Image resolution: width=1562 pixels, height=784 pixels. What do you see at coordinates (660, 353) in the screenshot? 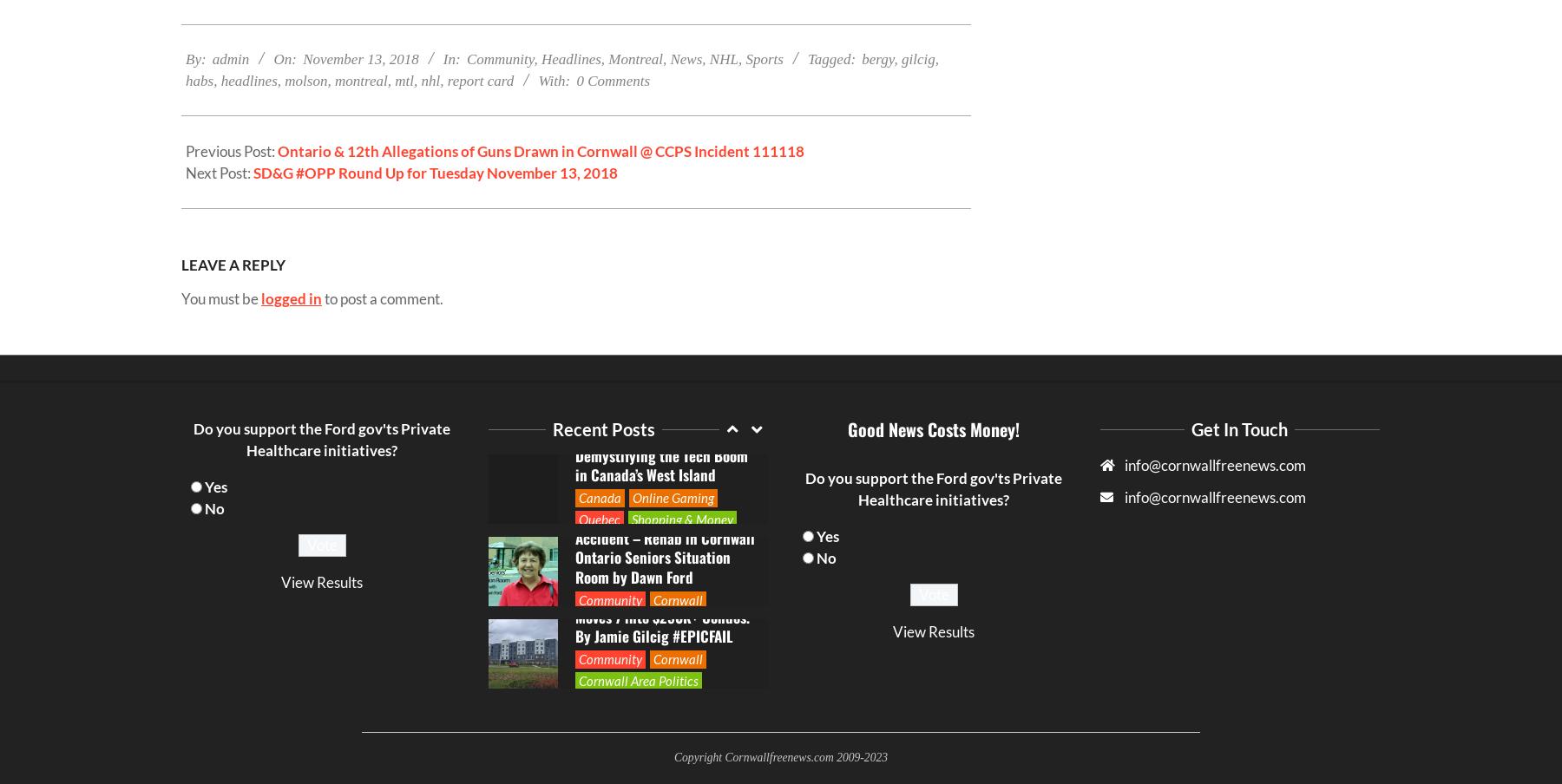
I see `'City of Cornwall Panders to CBC After Homeless Person Dies at River Encampment.  Moves 7 into $250K+ Condos.  By Jamie Gilcig #EPICFAIL'` at bounding box center [660, 353].